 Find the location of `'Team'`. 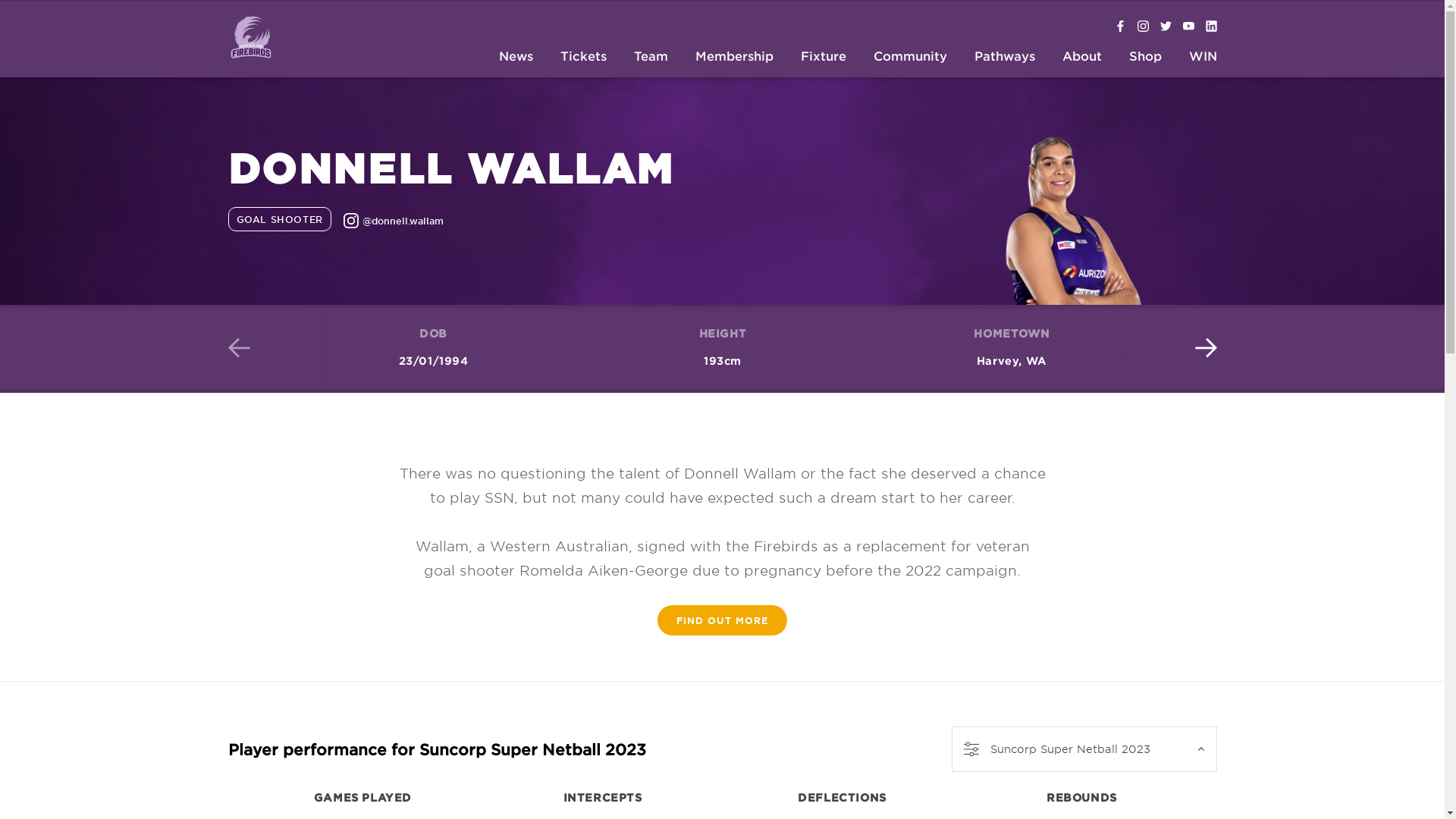

'Team' is located at coordinates (650, 57).